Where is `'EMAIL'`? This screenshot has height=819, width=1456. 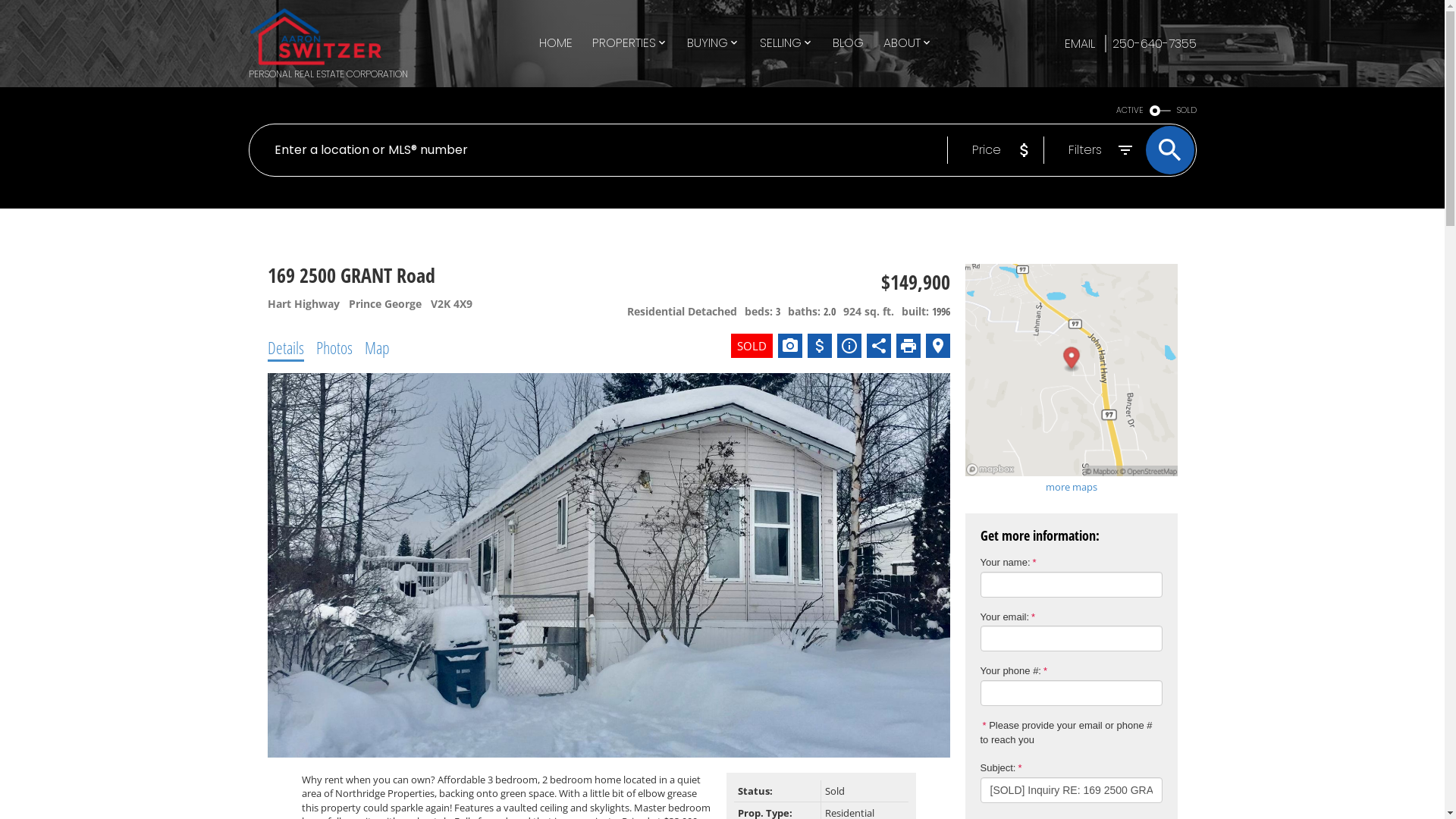
'EMAIL' is located at coordinates (1081, 42).